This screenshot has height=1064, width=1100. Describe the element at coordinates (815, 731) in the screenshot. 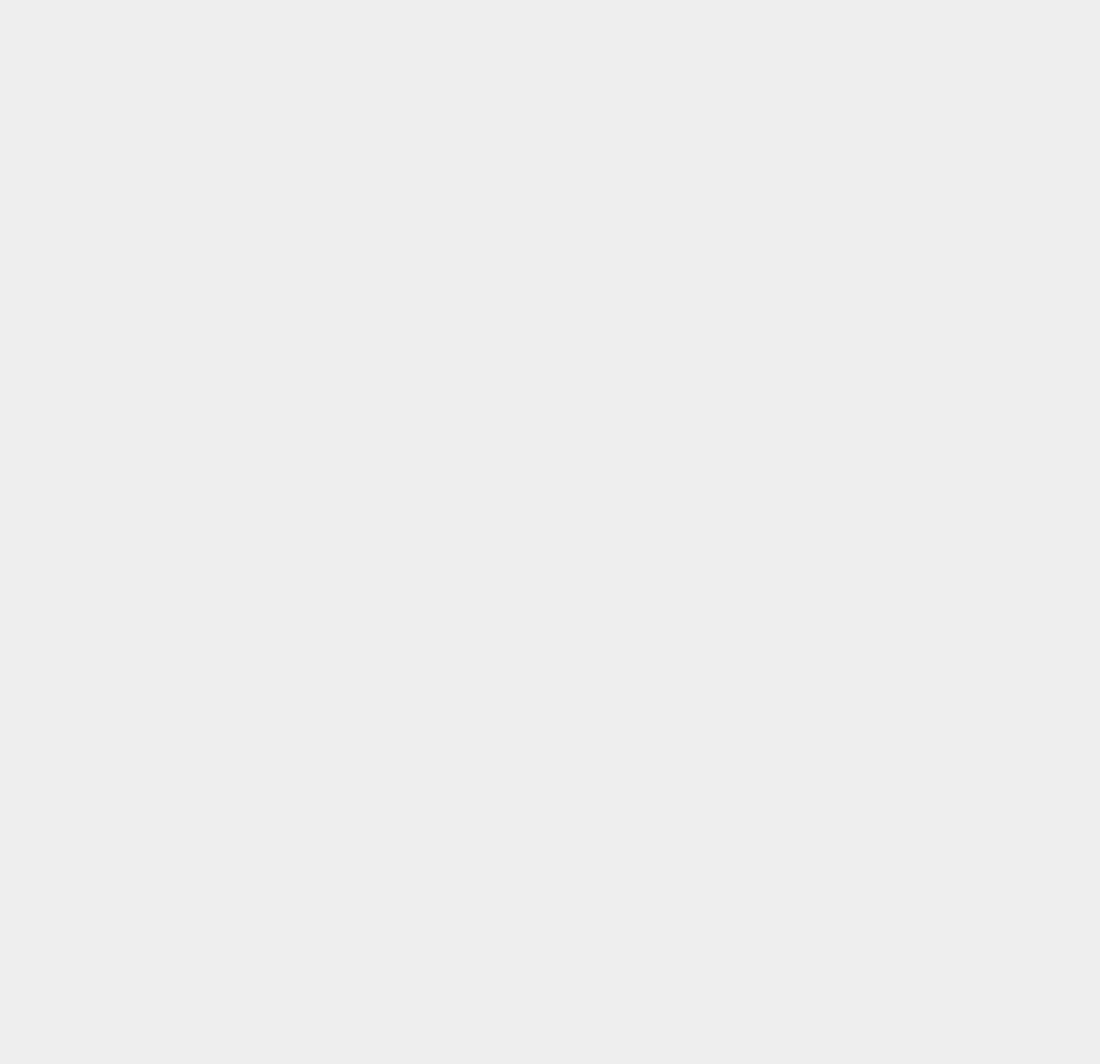

I see `'Google Map'` at that location.